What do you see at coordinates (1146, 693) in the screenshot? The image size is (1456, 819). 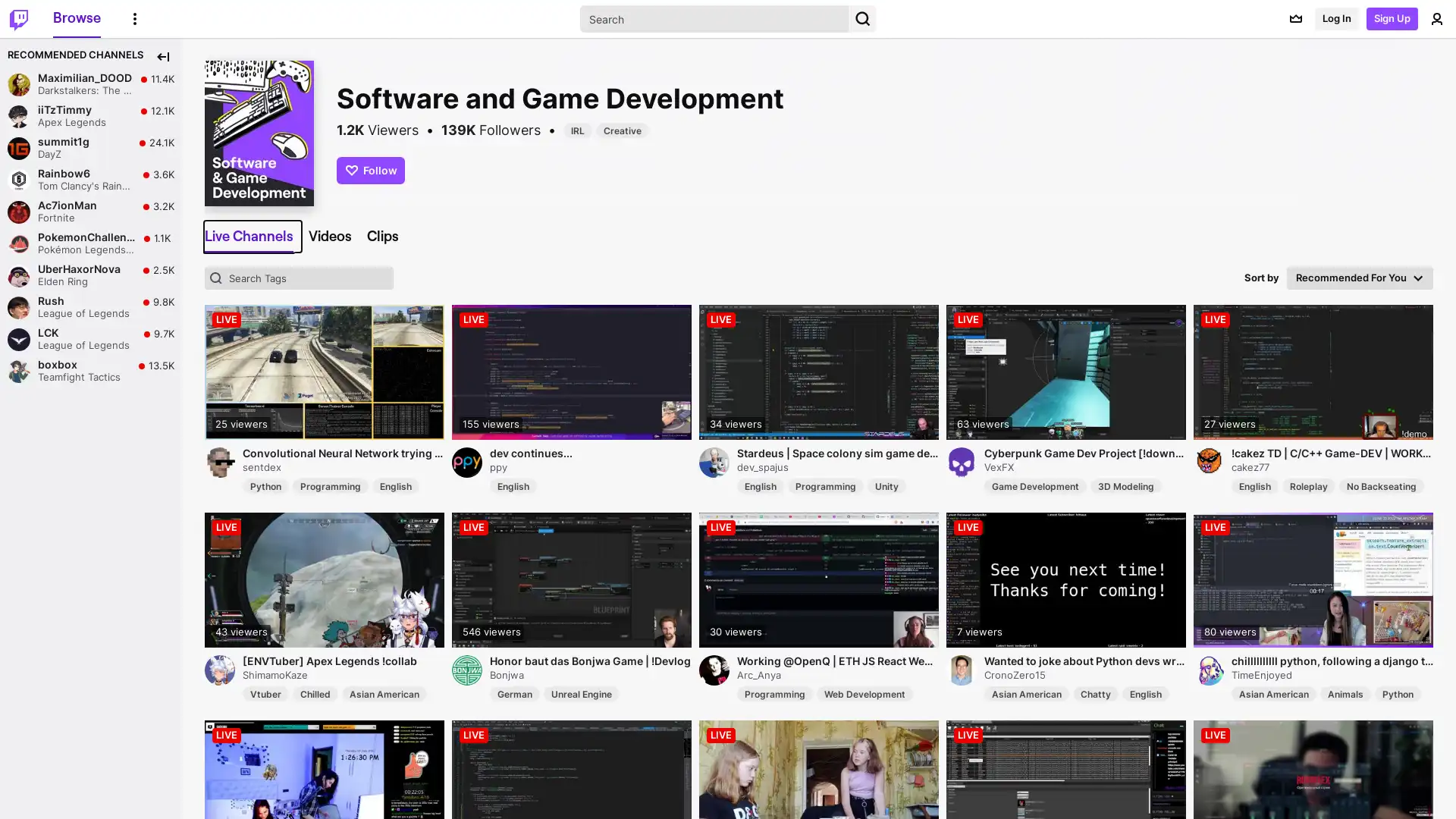 I see `English` at bounding box center [1146, 693].